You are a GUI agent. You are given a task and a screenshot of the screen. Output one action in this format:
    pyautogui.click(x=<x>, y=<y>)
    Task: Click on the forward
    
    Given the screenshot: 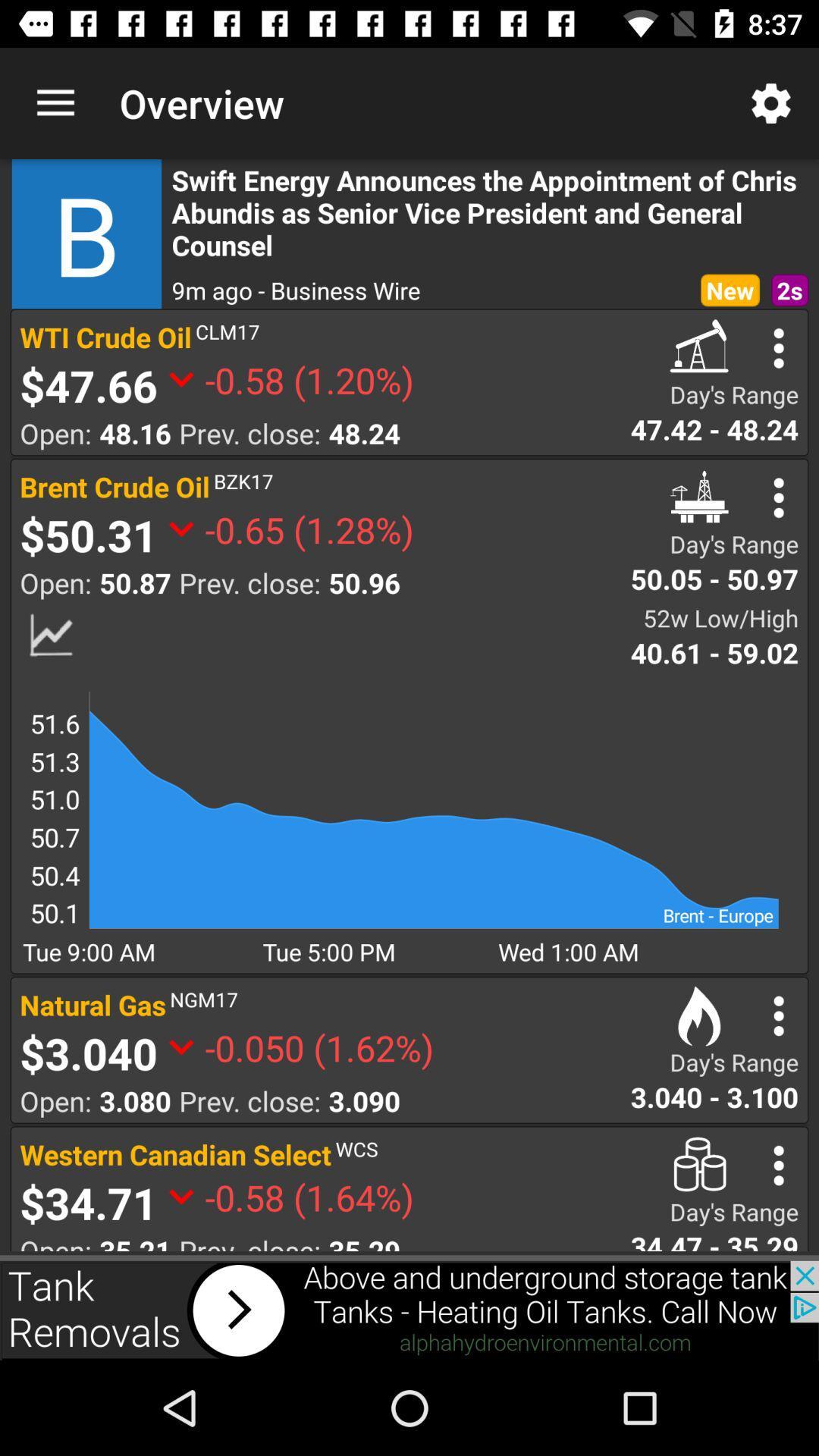 What is the action you would take?
    pyautogui.click(x=409, y=1310)
    